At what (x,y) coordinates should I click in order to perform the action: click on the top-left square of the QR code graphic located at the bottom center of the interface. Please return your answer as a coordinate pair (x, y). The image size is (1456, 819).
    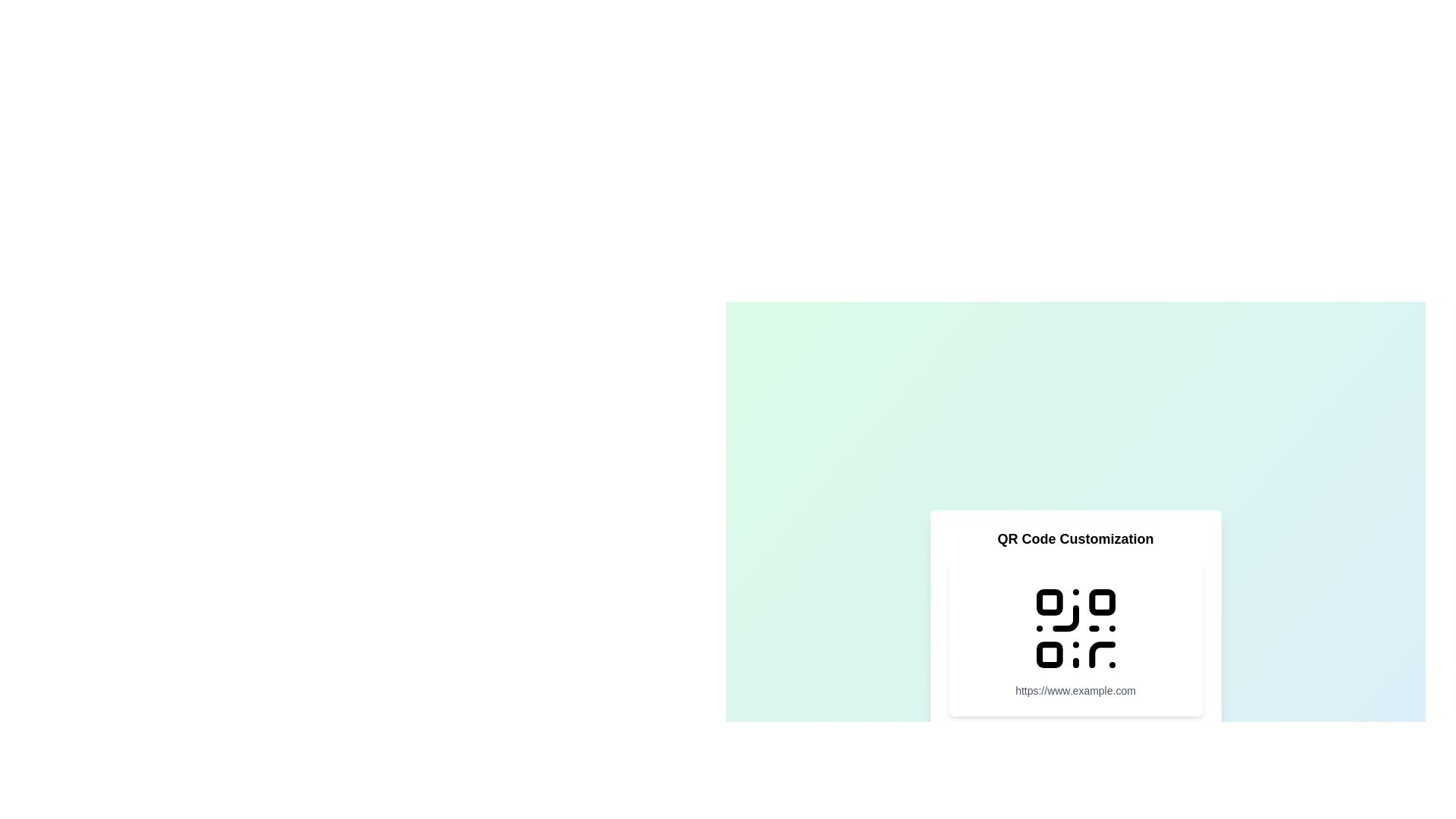
    Looking at the image, I should click on (1048, 601).